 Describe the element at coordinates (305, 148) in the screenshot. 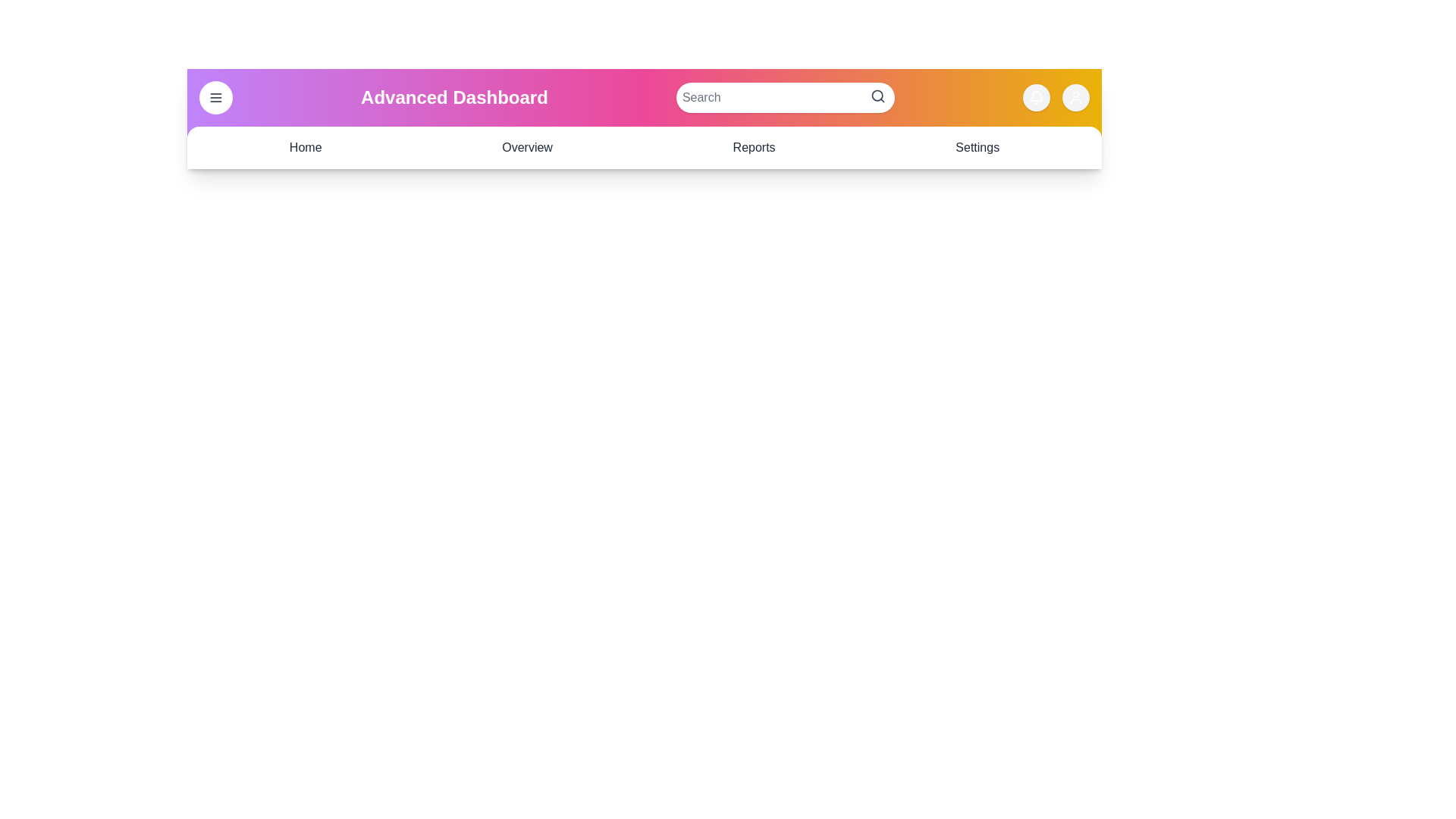

I see `the navigation link Home to see the hover effect` at that location.